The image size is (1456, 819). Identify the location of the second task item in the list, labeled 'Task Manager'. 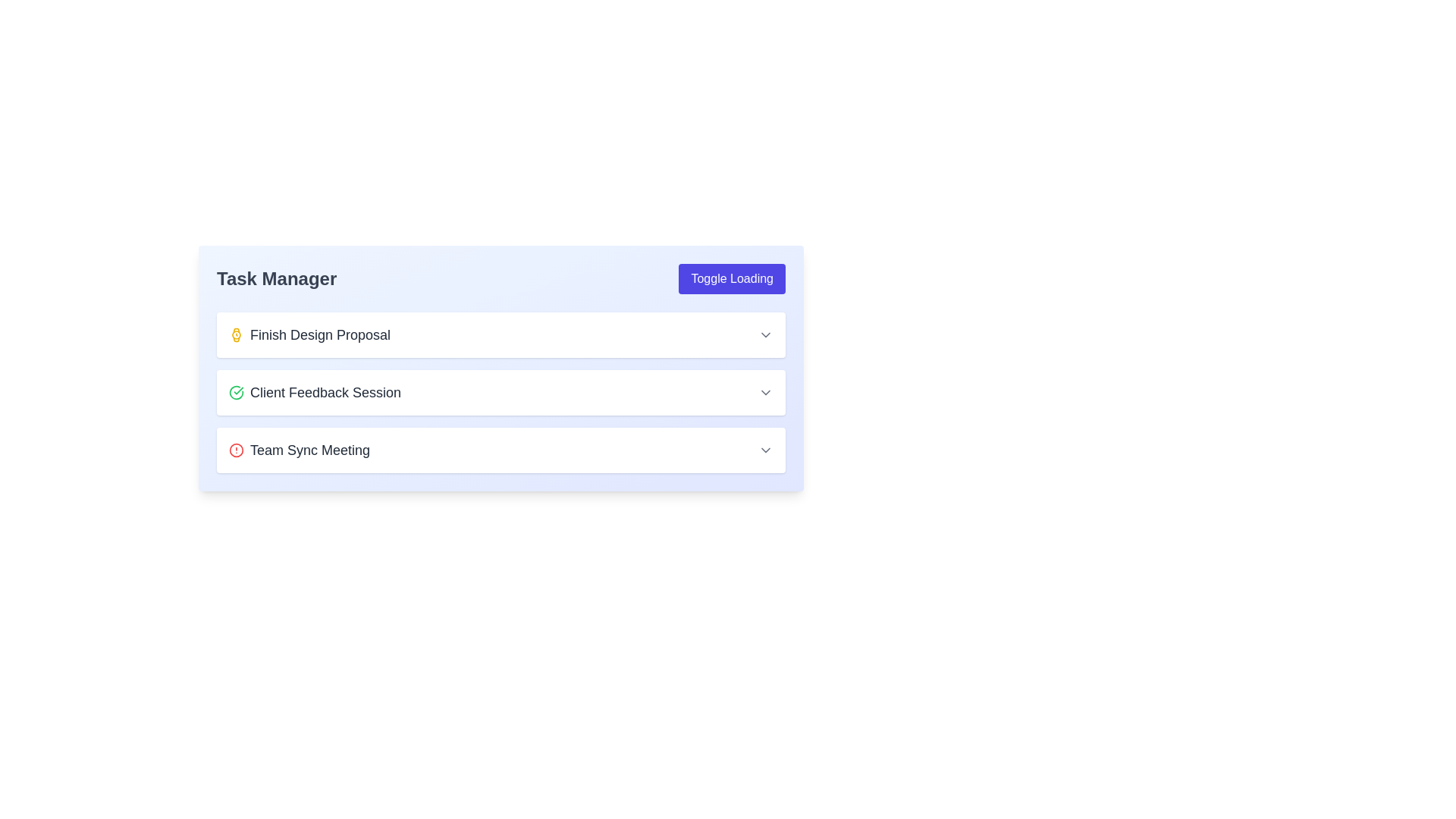
(501, 369).